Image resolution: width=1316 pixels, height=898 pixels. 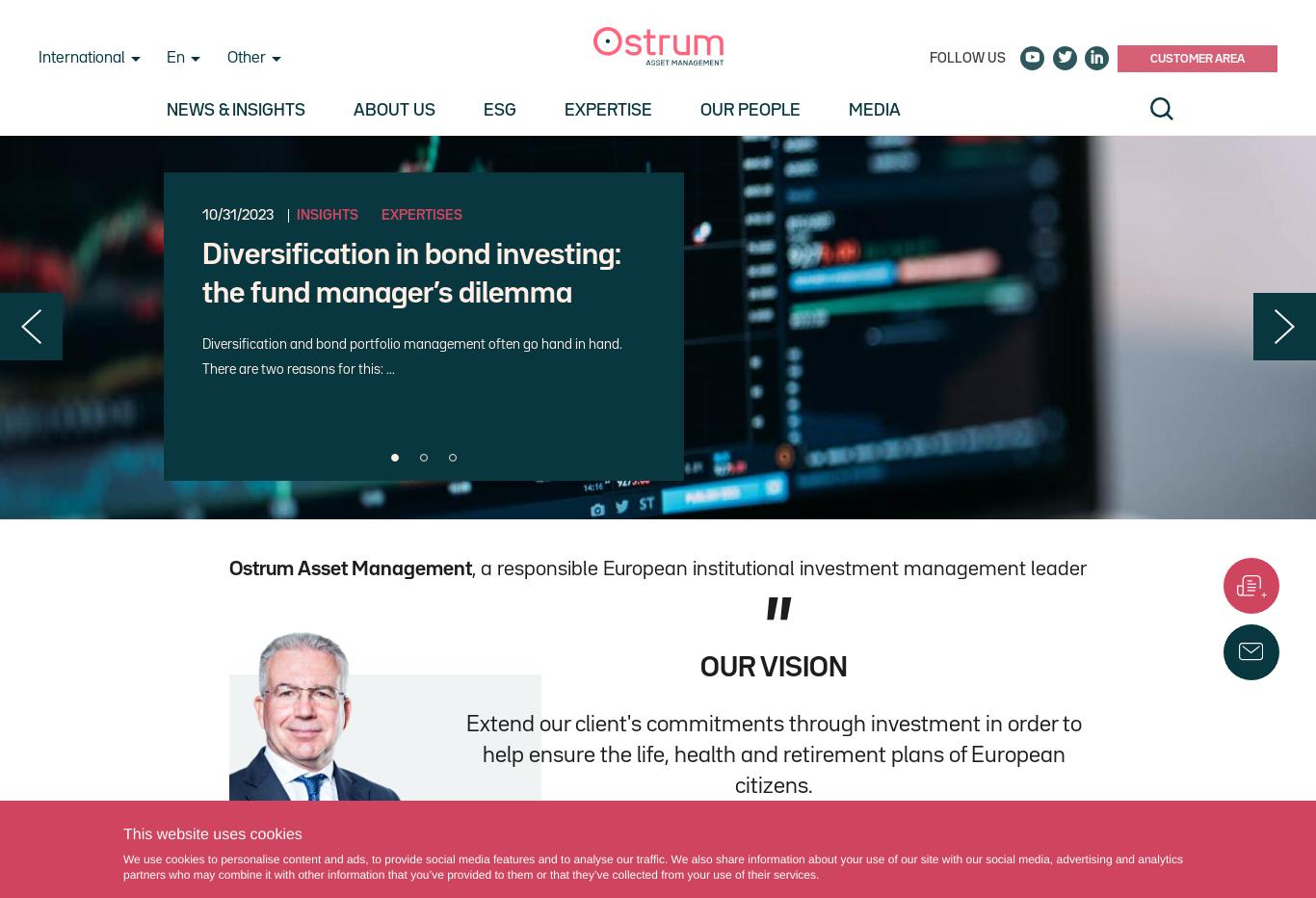 I want to click on 'Expertises', so click(x=889, y=684).